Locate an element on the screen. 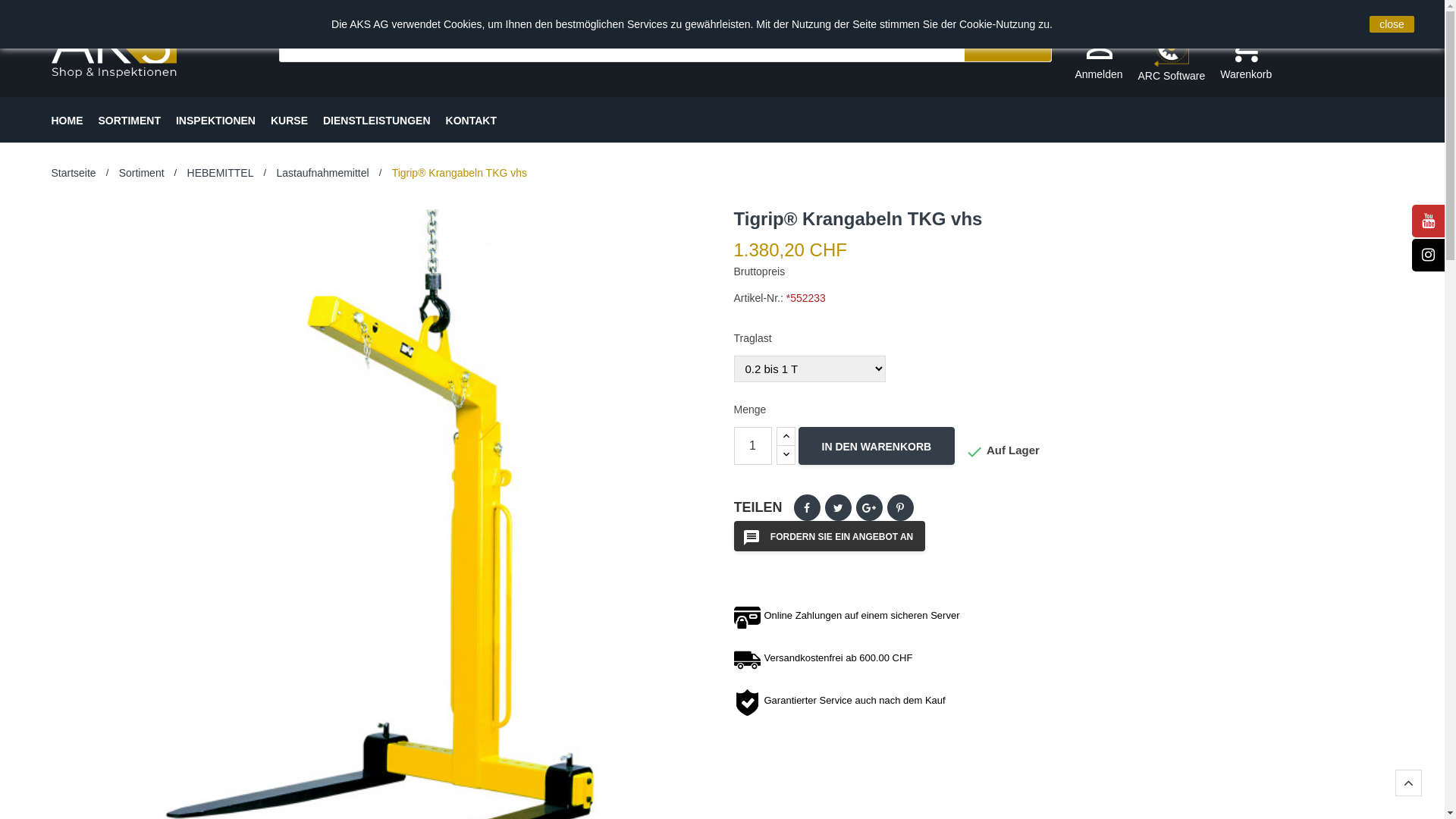 Image resolution: width=1456 pixels, height=819 pixels. 'Sortiment' is located at coordinates (142, 171).